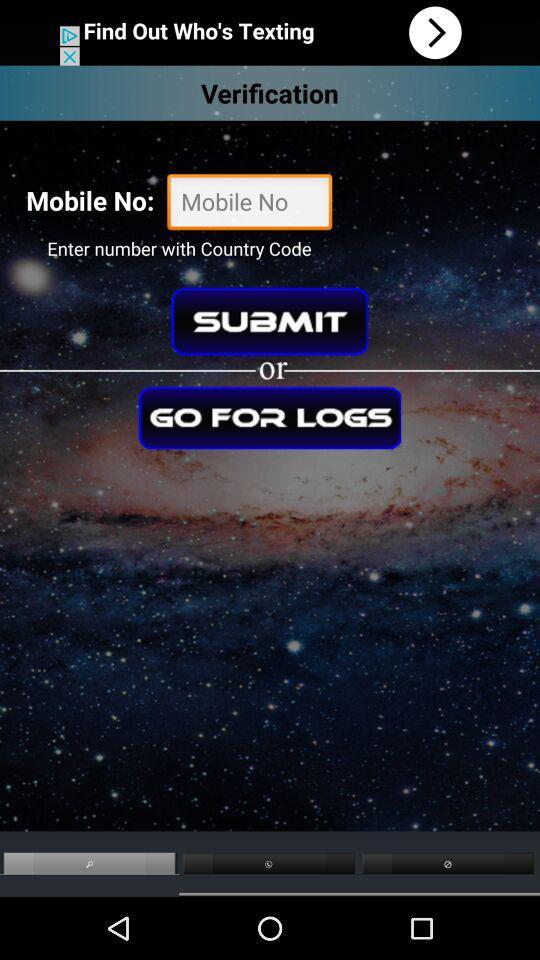  What do you see at coordinates (249, 204) in the screenshot?
I see `mobile no` at bounding box center [249, 204].